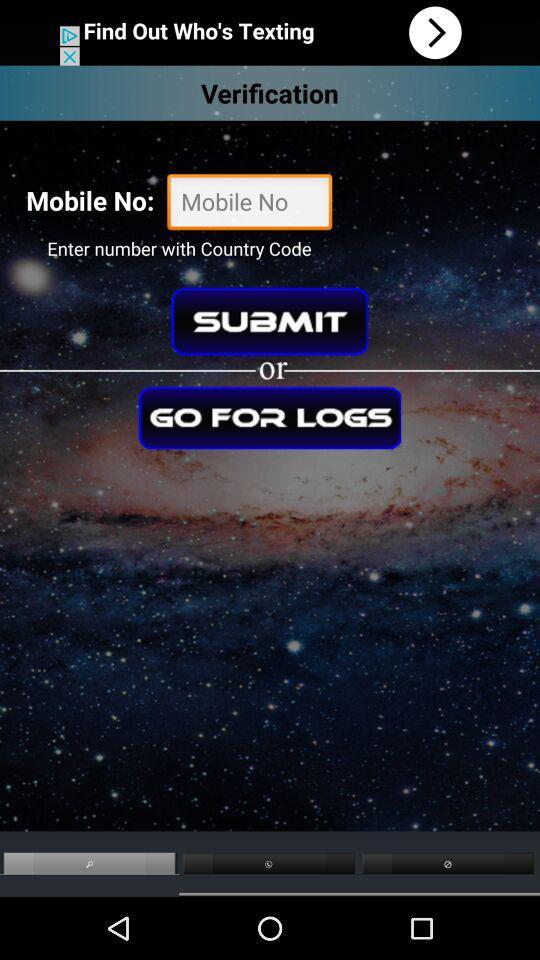  What do you see at coordinates (249, 204) in the screenshot?
I see `mobile no` at bounding box center [249, 204].